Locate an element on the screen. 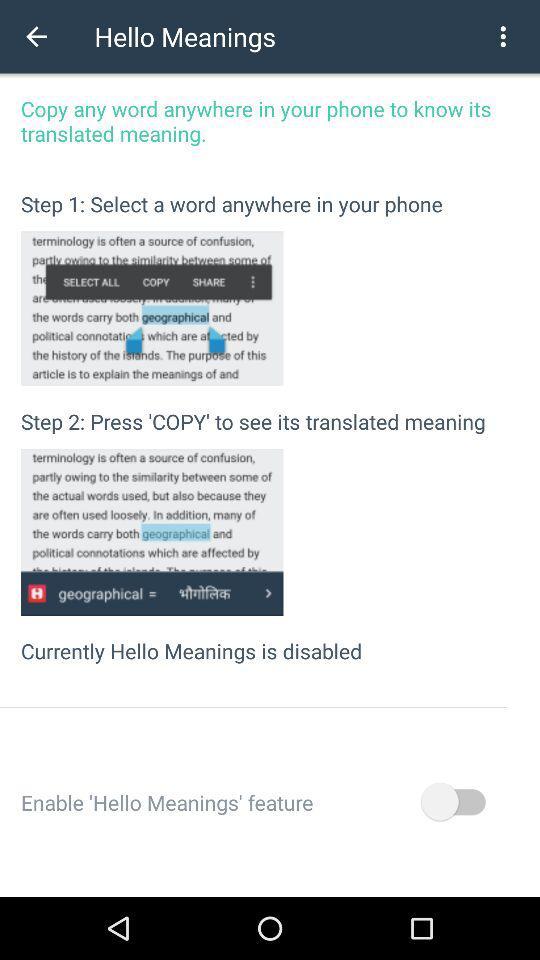  icon at the bottom right corner is located at coordinates (452, 802).